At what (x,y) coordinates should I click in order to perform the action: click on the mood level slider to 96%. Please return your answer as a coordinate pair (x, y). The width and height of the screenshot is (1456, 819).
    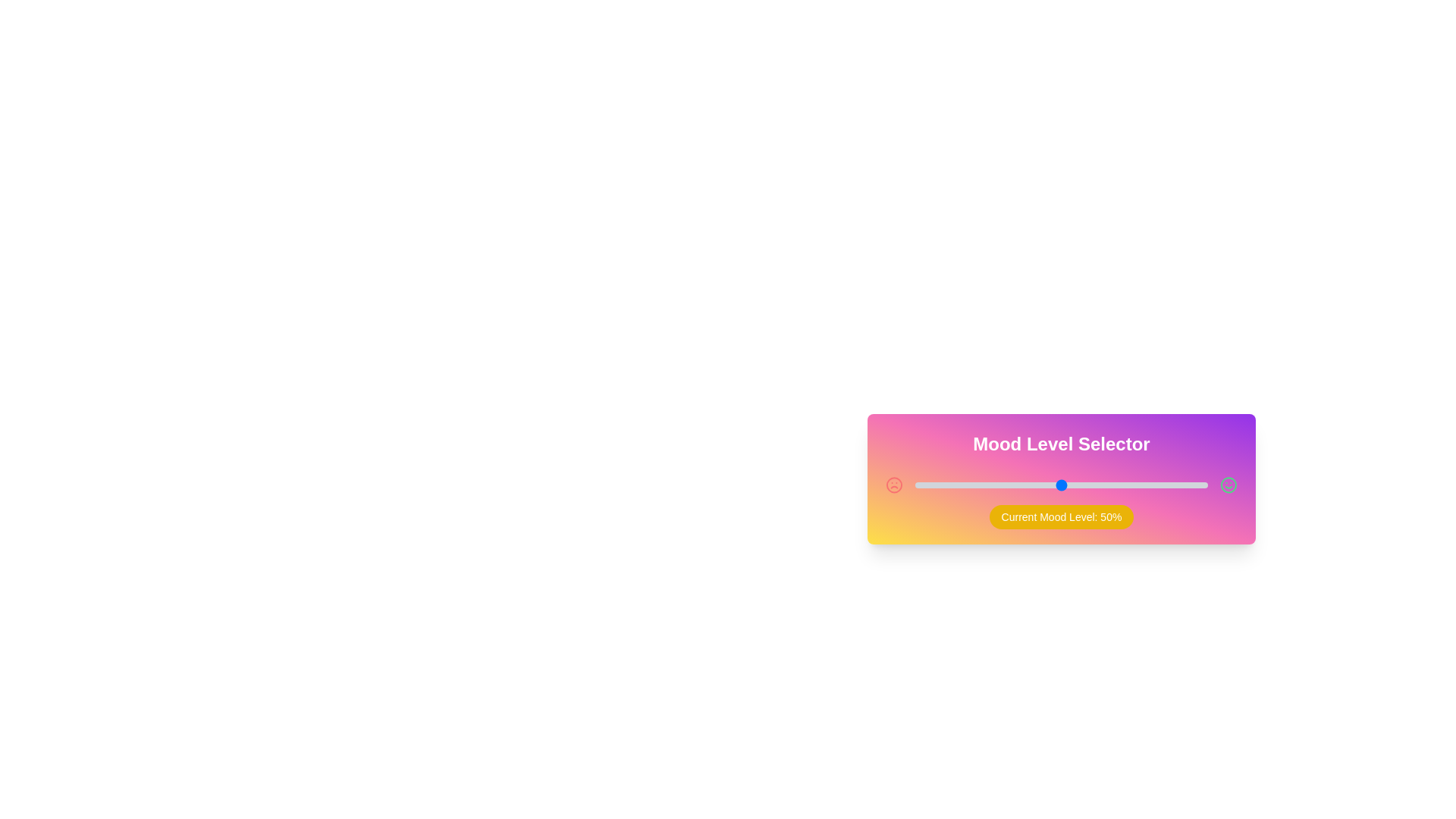
    Looking at the image, I should click on (1195, 485).